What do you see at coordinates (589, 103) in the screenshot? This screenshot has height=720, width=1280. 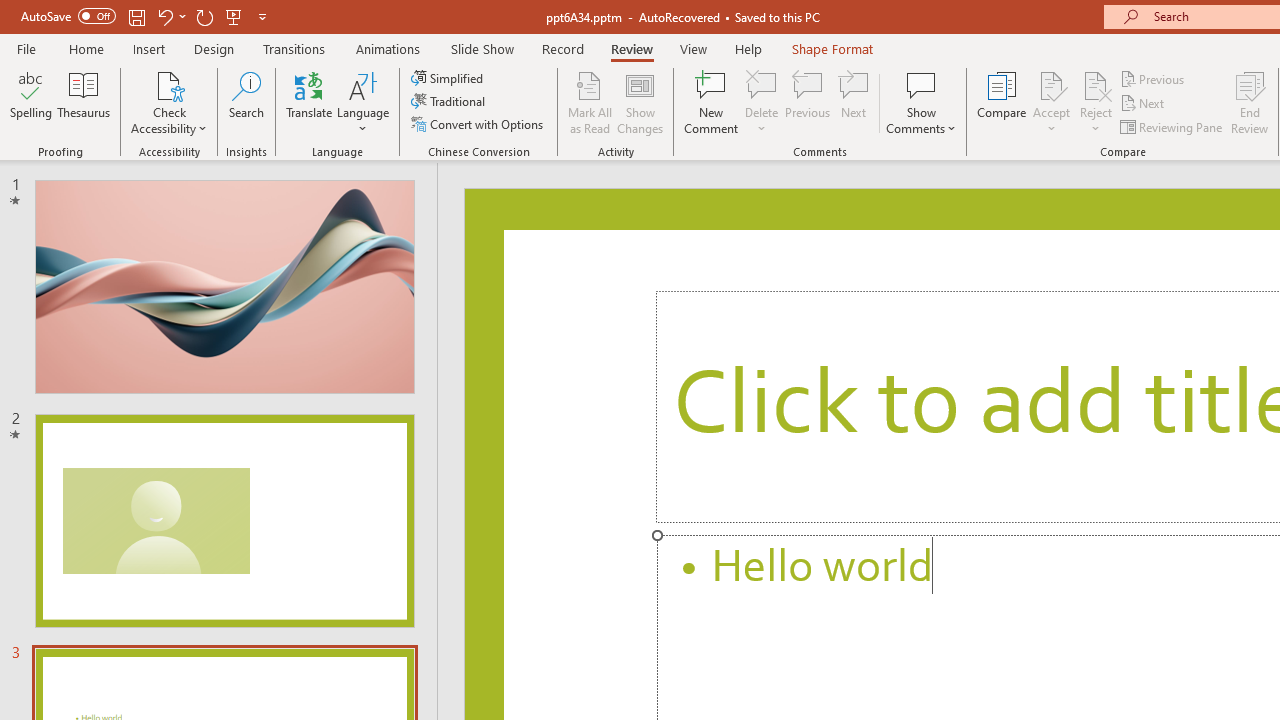 I see `'Mark All as Read'` at bounding box center [589, 103].